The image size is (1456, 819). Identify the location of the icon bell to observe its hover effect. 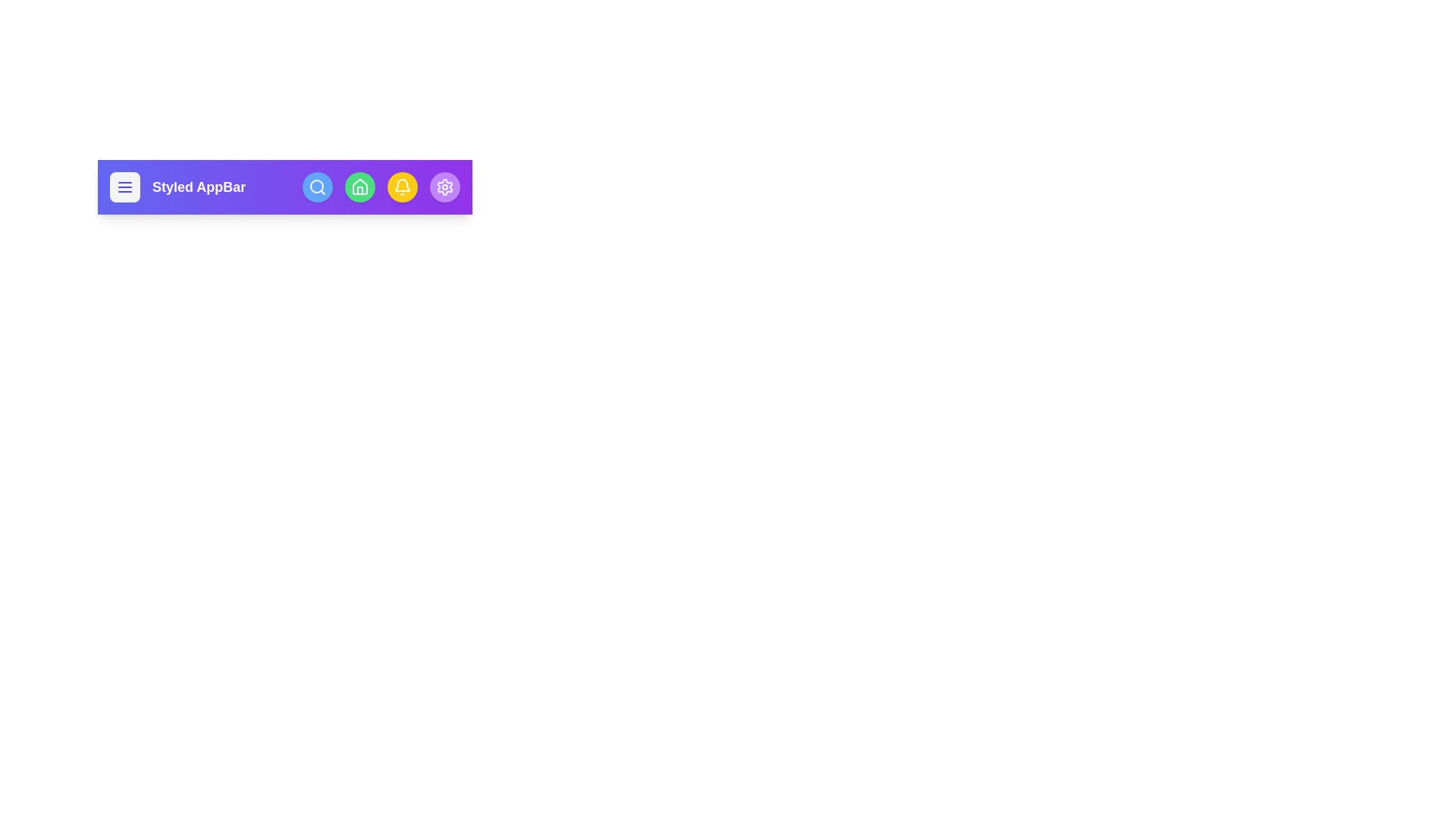
(403, 186).